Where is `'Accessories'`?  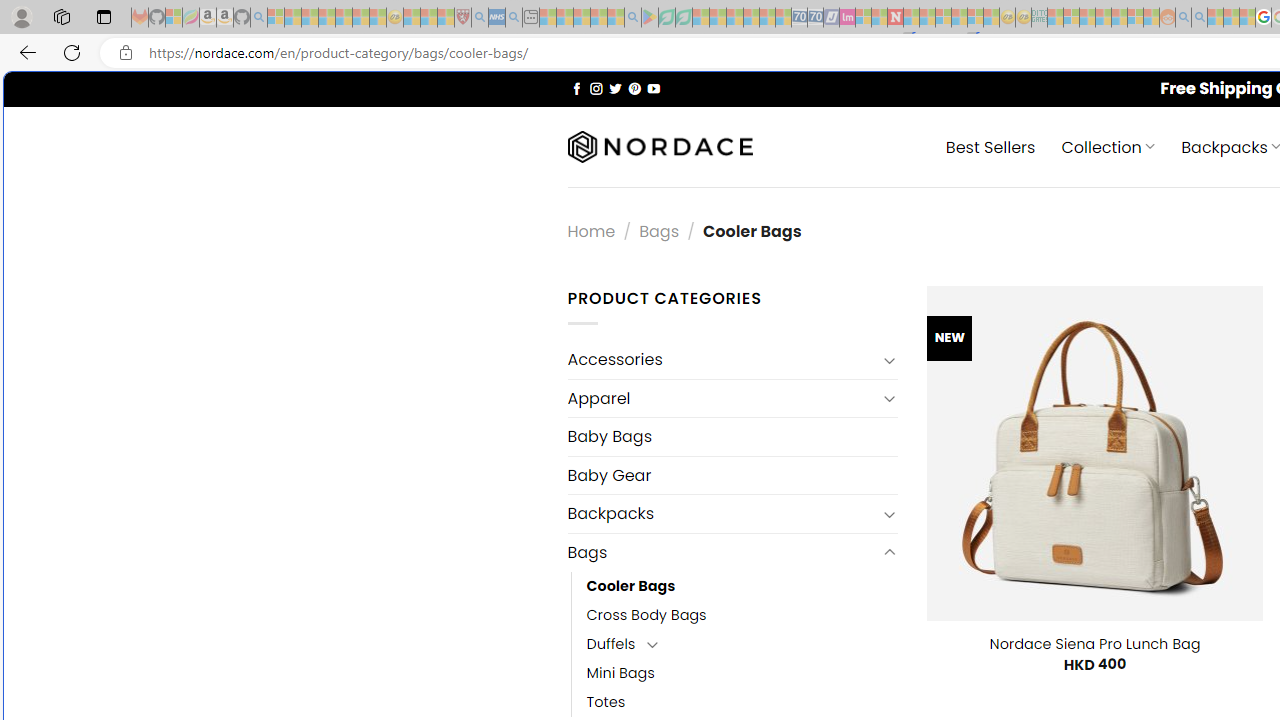
'Accessories' is located at coordinates (720, 360).